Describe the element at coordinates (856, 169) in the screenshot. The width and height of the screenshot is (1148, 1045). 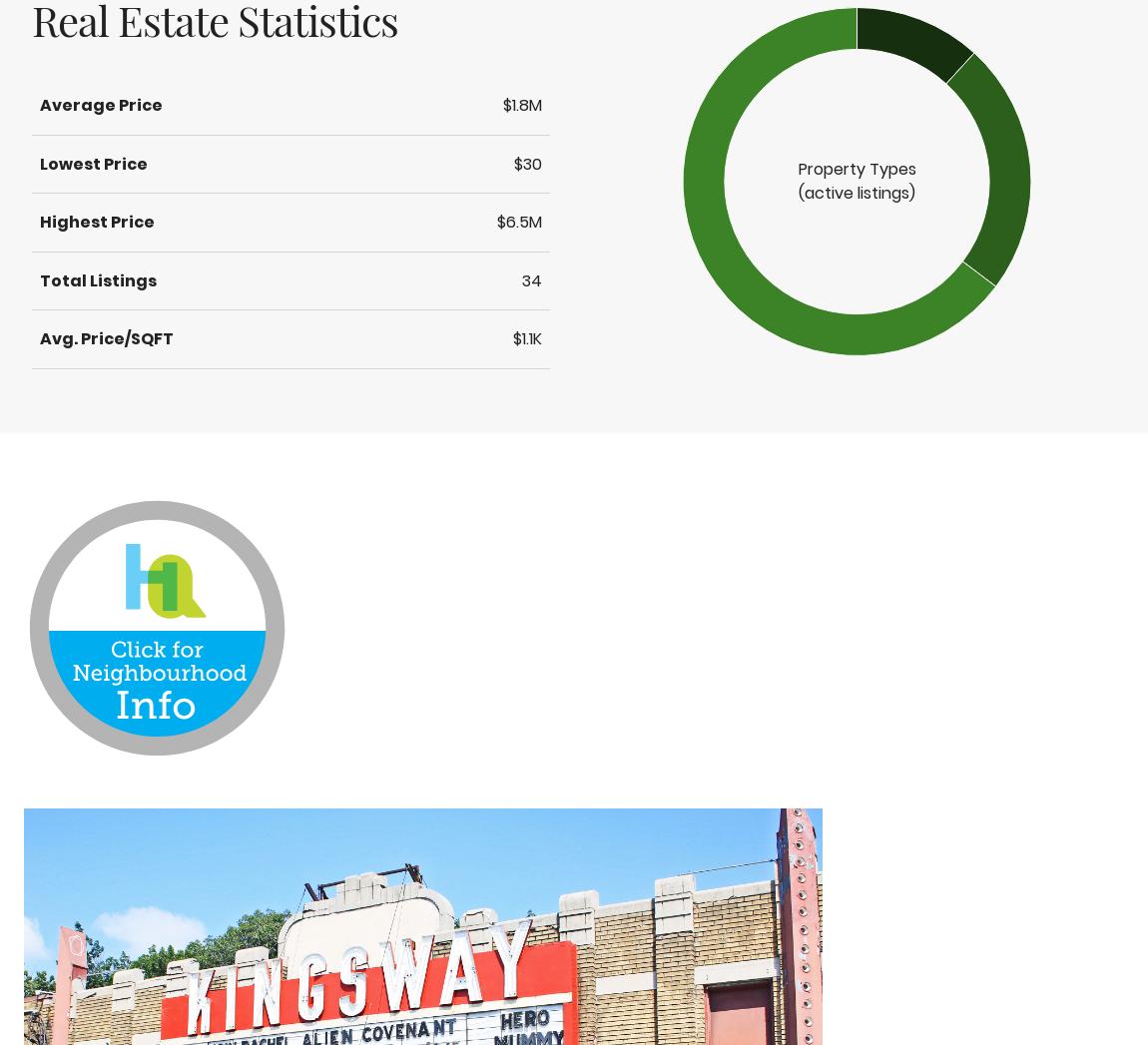
I see `'Property Types'` at that location.